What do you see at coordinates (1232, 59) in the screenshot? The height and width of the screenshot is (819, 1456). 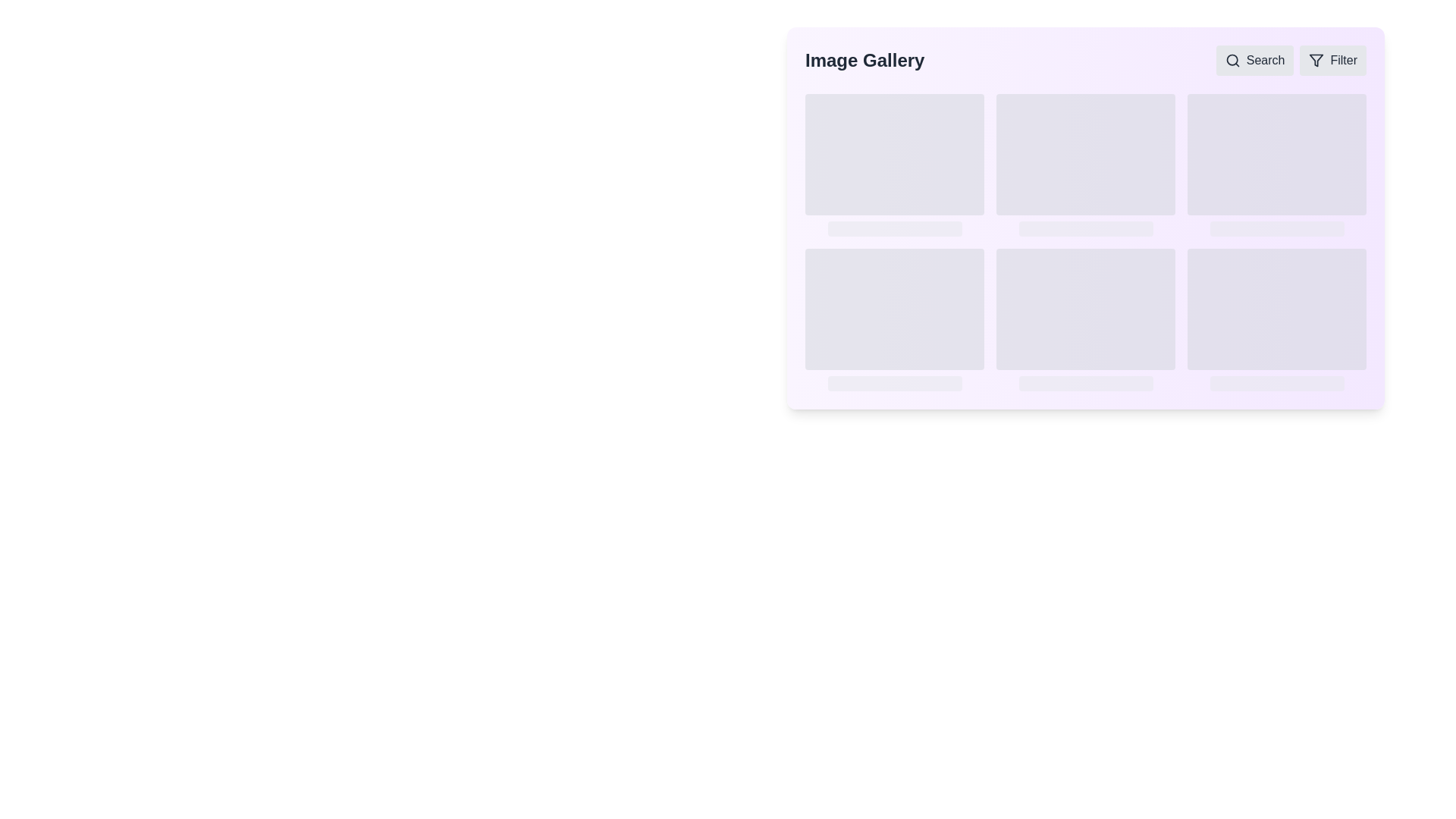 I see `the circular component of the magnifying glass icon located in the upper-right section of the interface, adjacent to the 'Search' button text and to the left of the 'Filter' icon` at bounding box center [1232, 59].